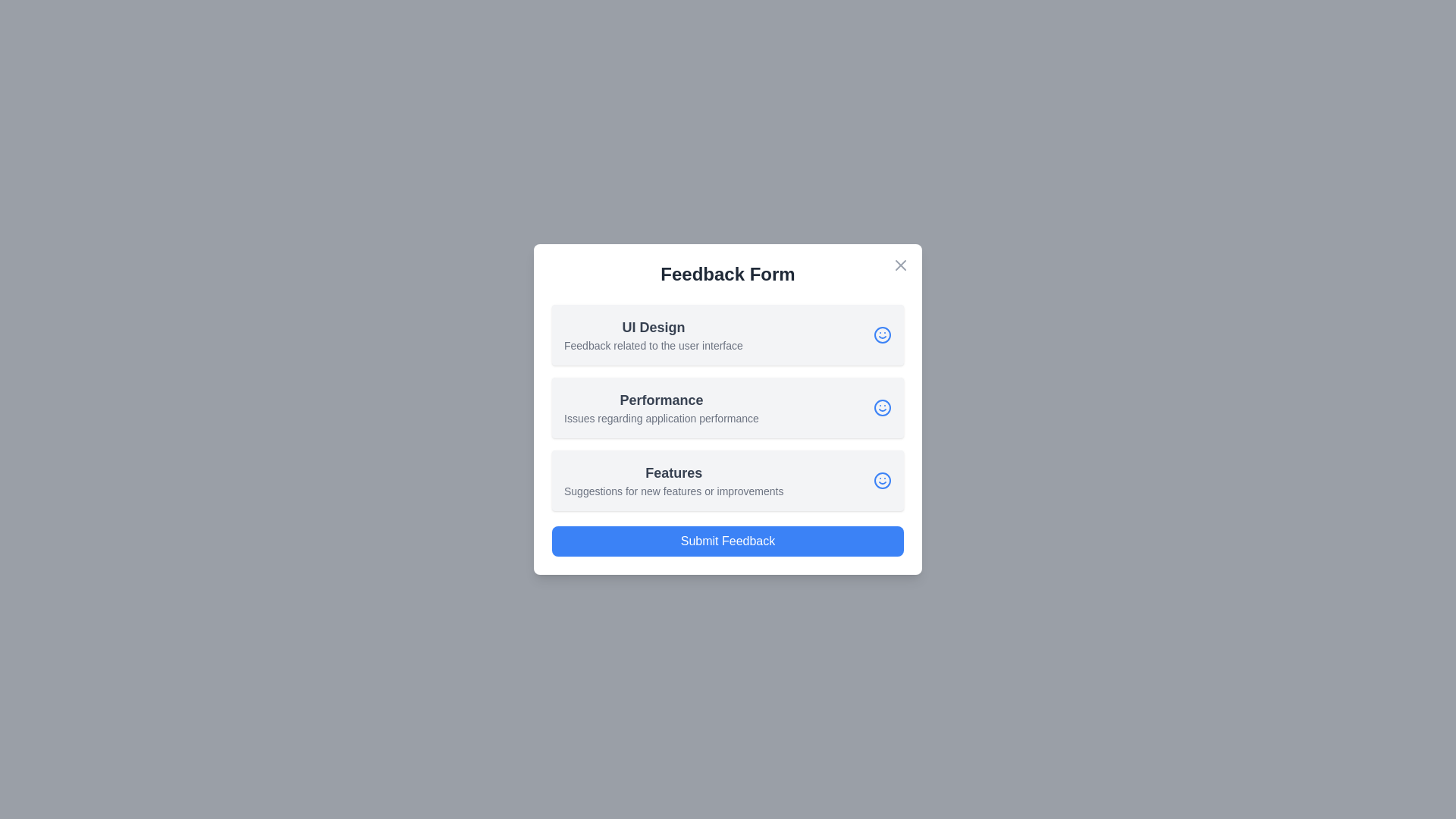 This screenshot has width=1456, height=819. I want to click on the 'Submit Feedback' button to submit the feedback, so click(728, 540).